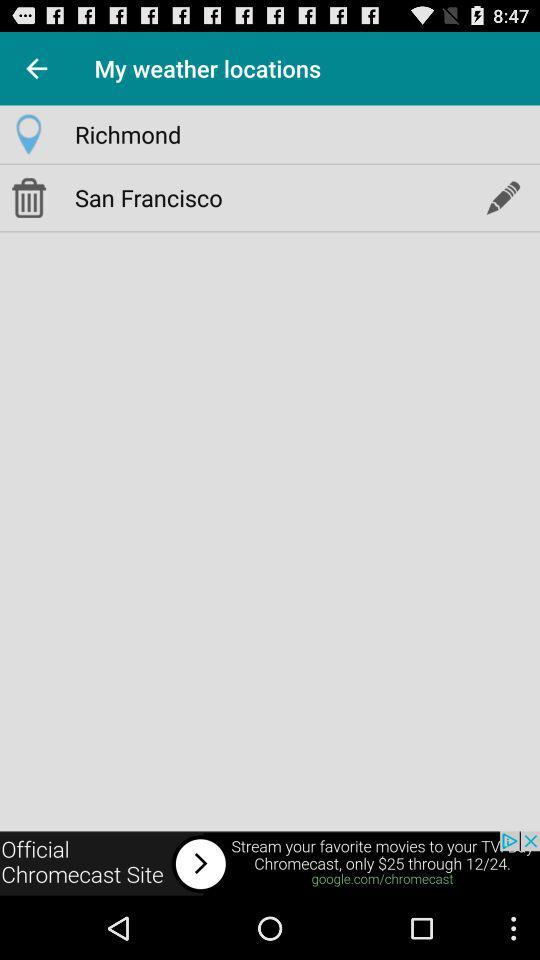 The width and height of the screenshot is (540, 960). I want to click on edit location, so click(501, 197).